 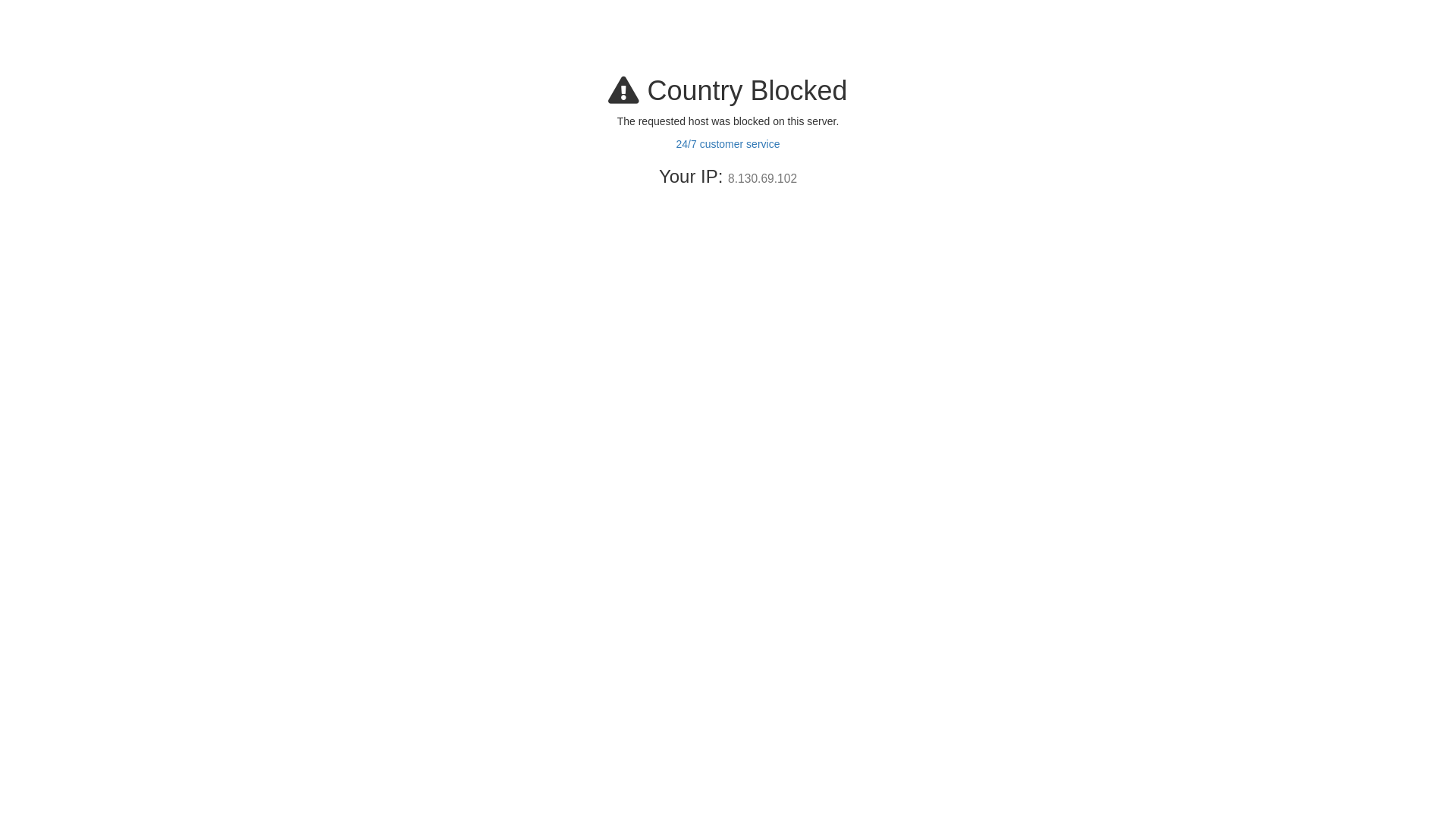 I want to click on '24/7 customer service', so click(x=676, y=143).